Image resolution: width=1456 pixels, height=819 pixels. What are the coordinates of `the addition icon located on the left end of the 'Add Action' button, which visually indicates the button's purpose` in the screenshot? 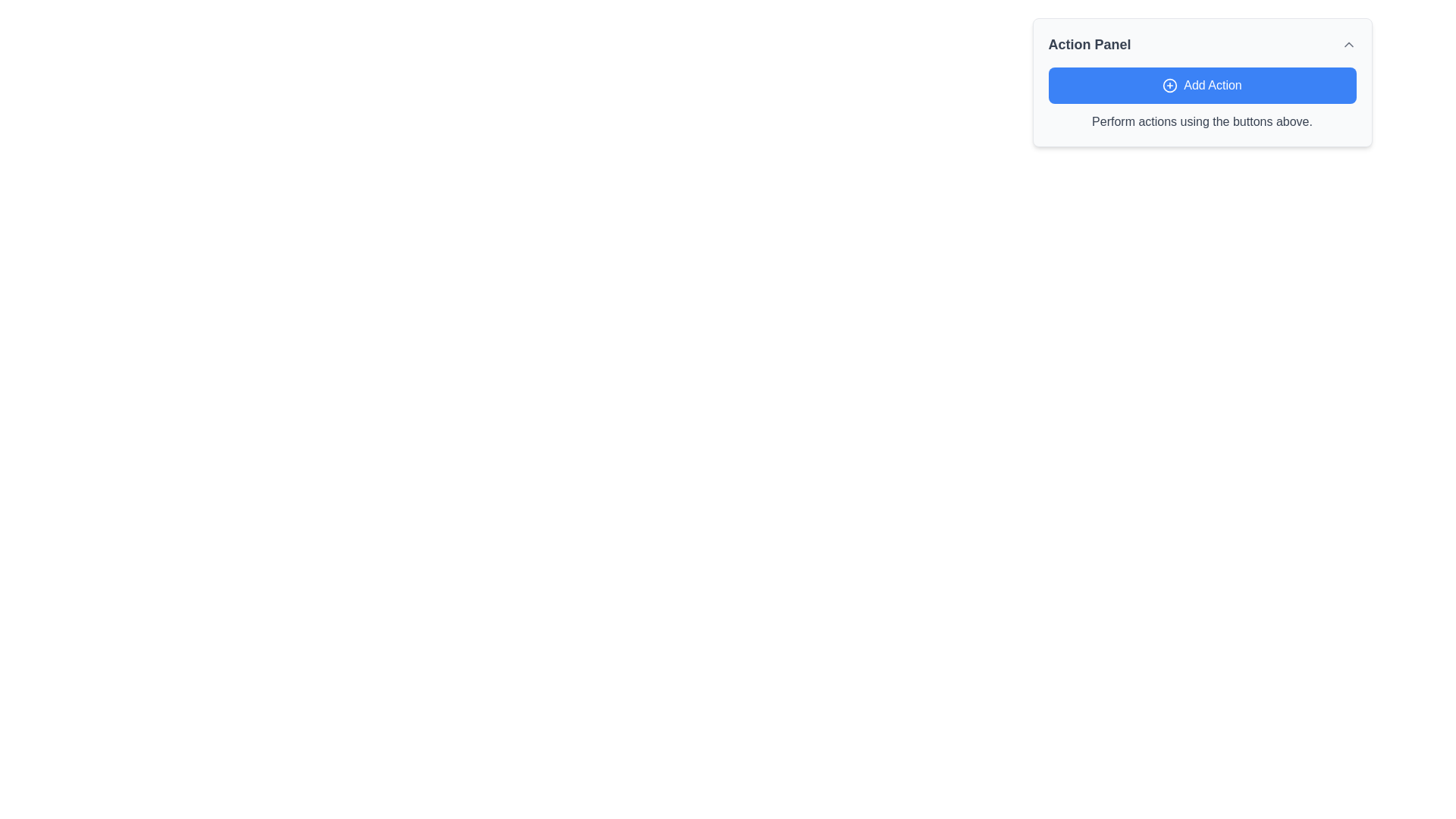 It's located at (1169, 85).